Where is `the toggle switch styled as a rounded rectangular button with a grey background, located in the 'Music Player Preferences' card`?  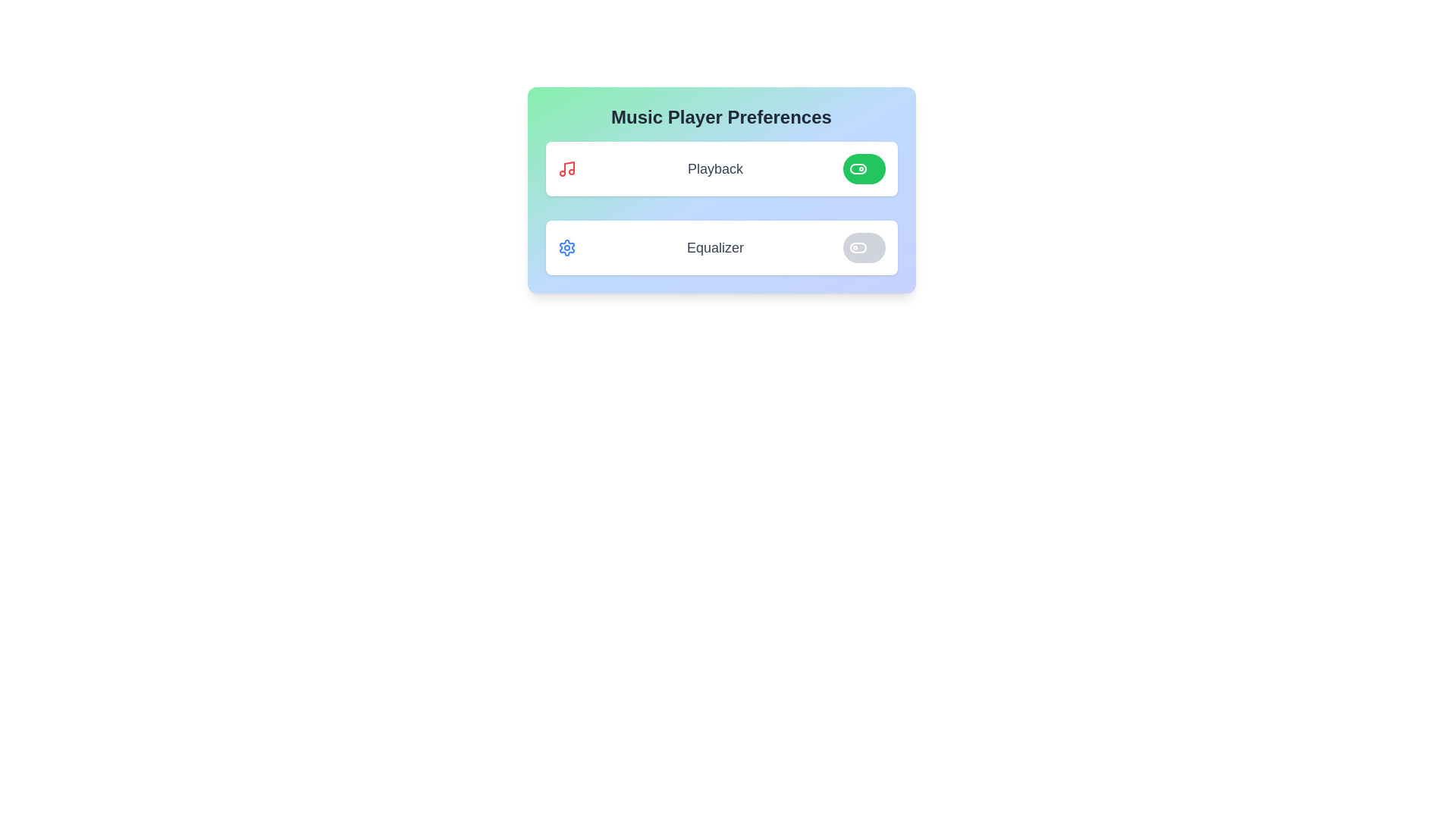
the toggle switch styled as a rounded rectangular button with a grey background, located in the 'Music Player Preferences' card is located at coordinates (864, 247).